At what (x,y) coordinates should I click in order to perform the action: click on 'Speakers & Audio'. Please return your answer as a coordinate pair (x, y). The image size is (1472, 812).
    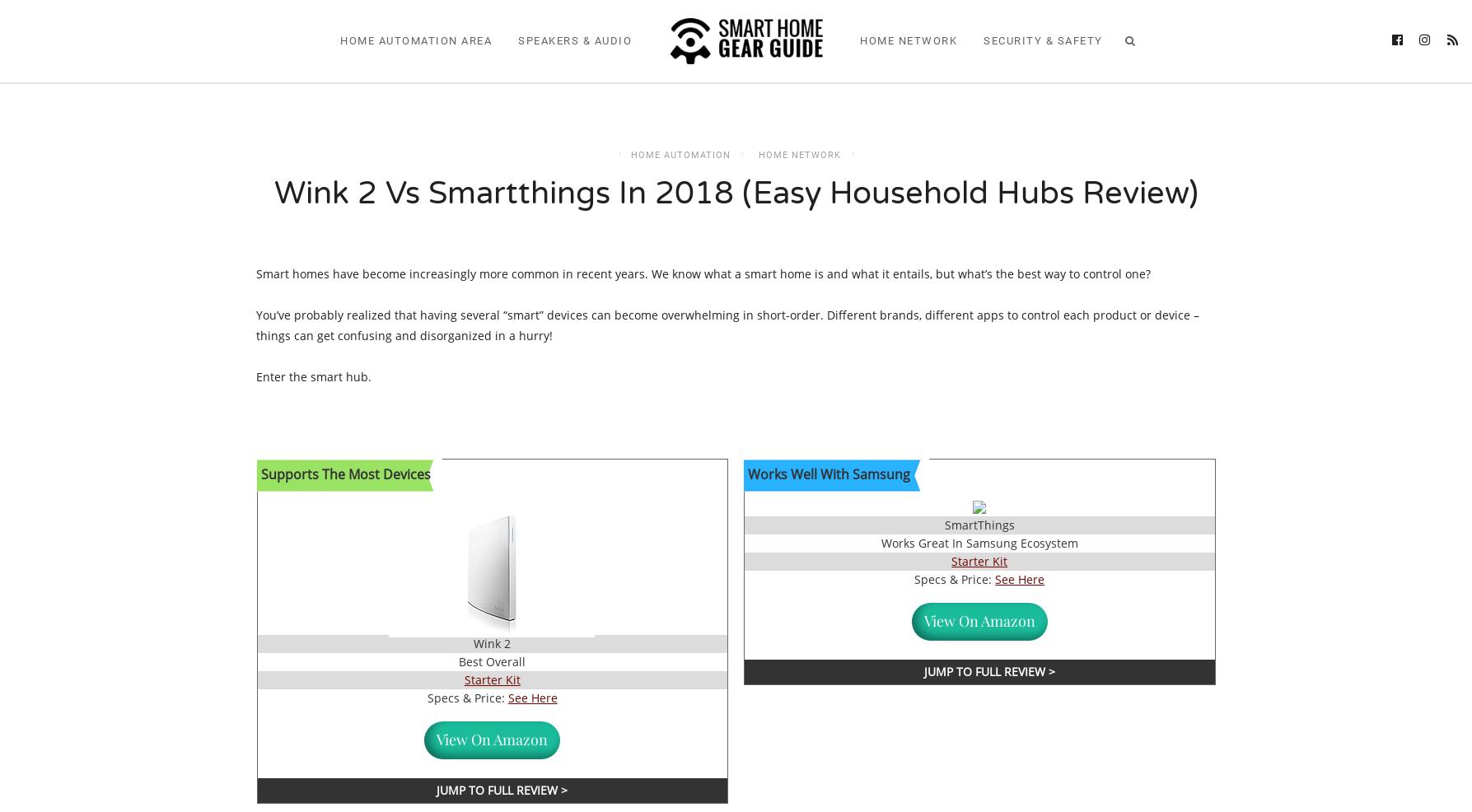
    Looking at the image, I should click on (574, 39).